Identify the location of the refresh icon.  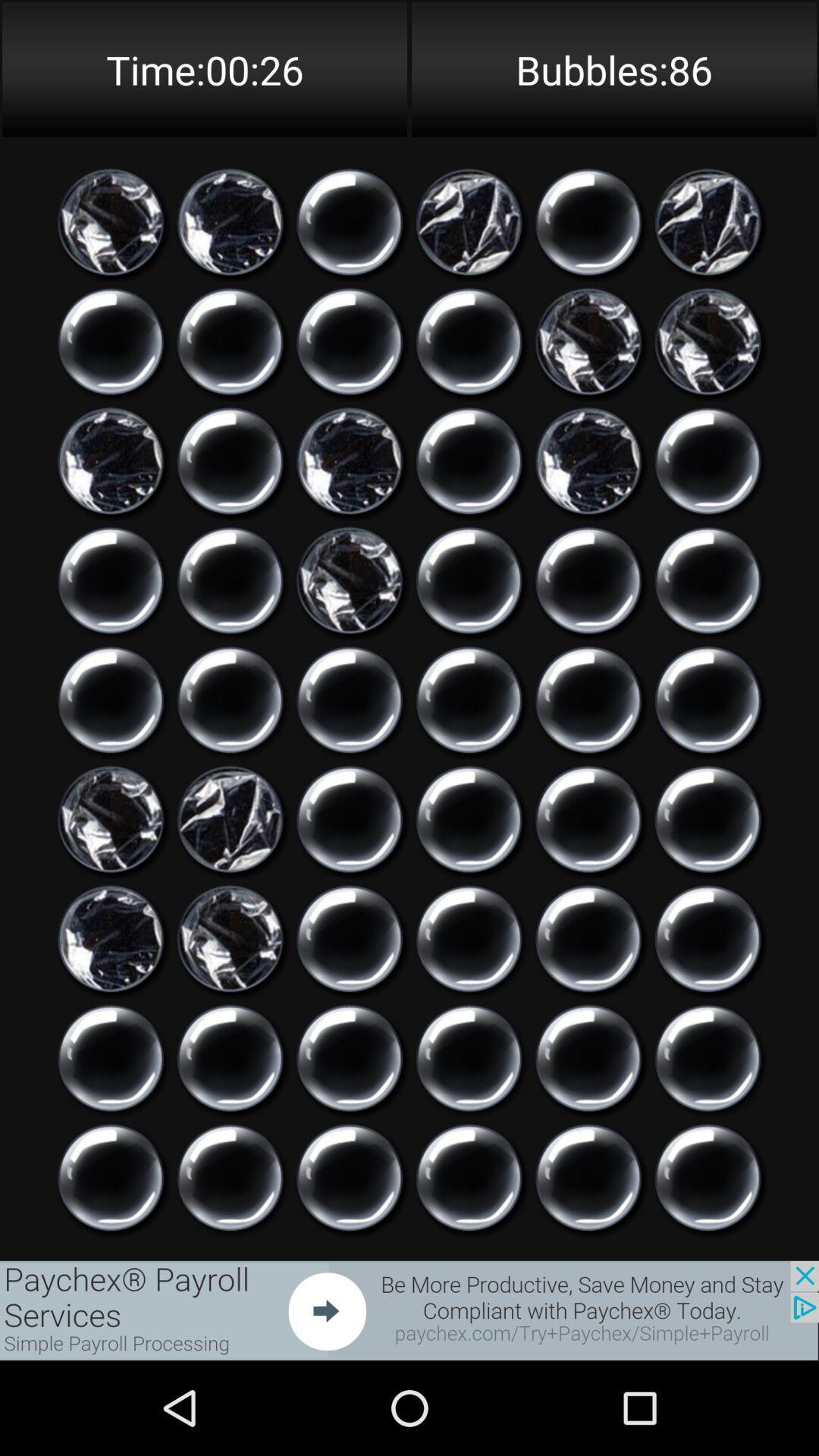
(110, 749).